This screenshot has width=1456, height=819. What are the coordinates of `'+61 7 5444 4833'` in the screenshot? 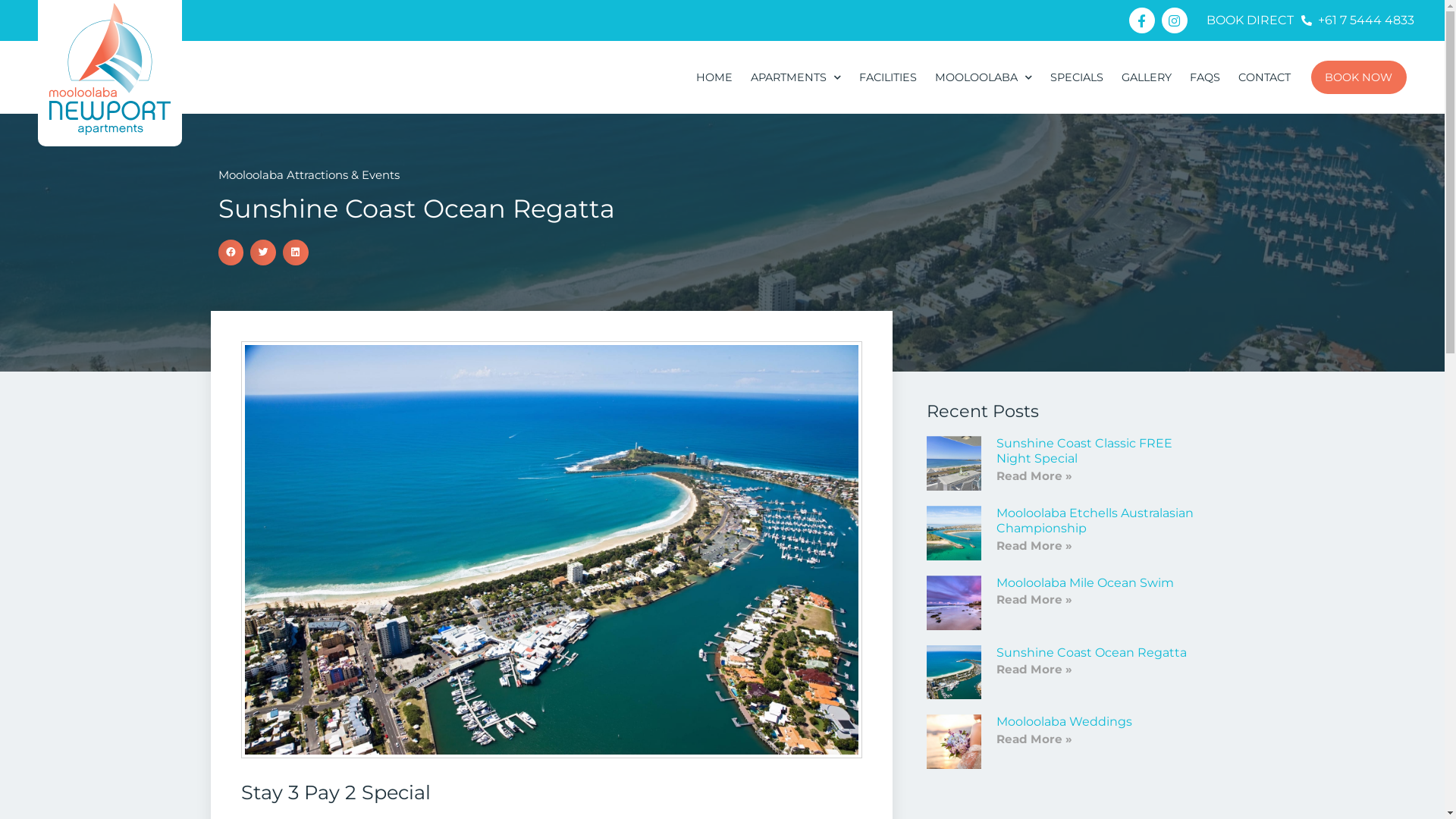 It's located at (1357, 20).